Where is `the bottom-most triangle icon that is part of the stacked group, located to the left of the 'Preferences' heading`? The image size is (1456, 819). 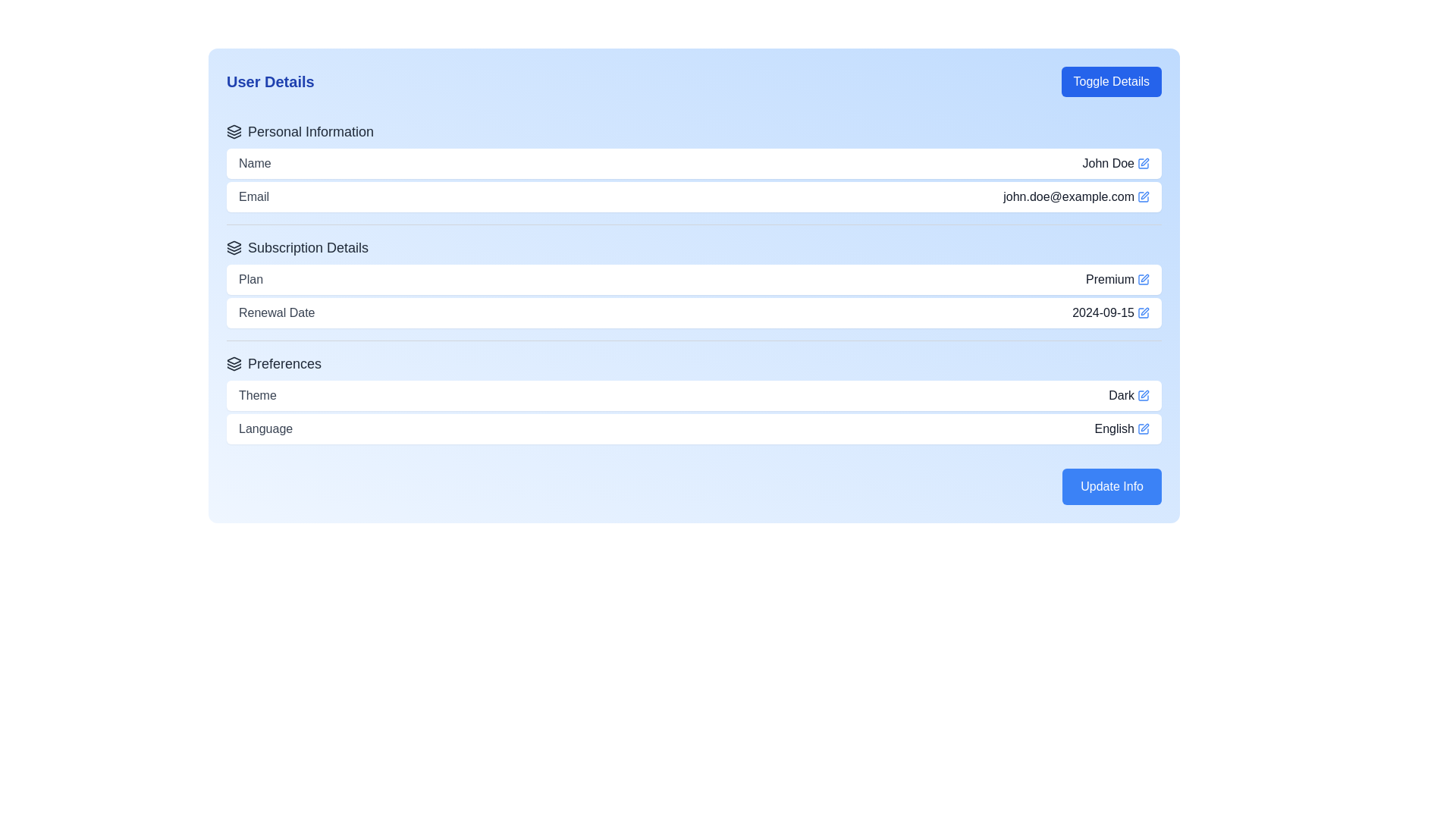 the bottom-most triangle icon that is part of the stacked group, located to the left of the 'Preferences' heading is located at coordinates (233, 369).